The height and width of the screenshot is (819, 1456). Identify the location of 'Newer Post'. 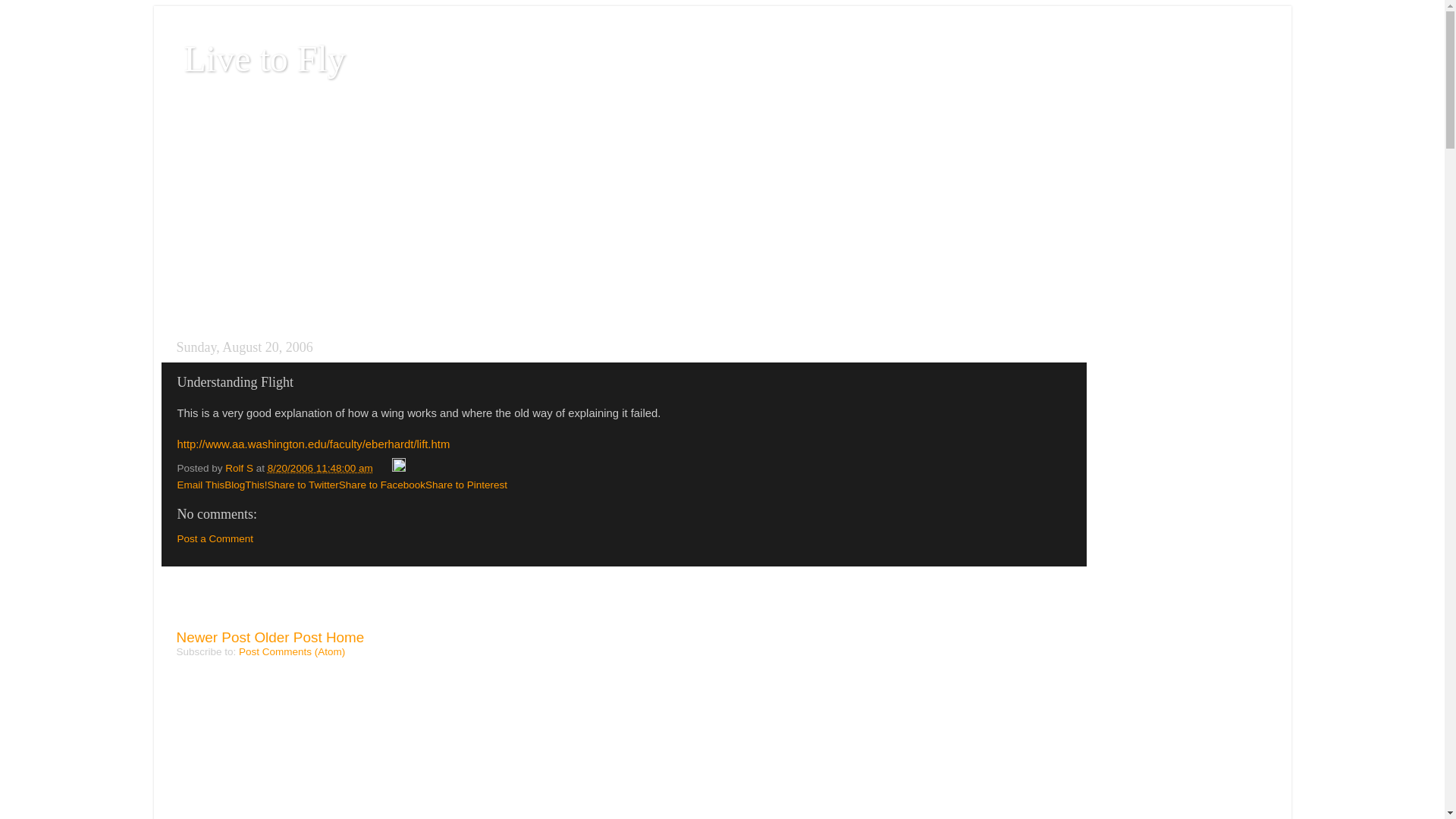
(175, 637).